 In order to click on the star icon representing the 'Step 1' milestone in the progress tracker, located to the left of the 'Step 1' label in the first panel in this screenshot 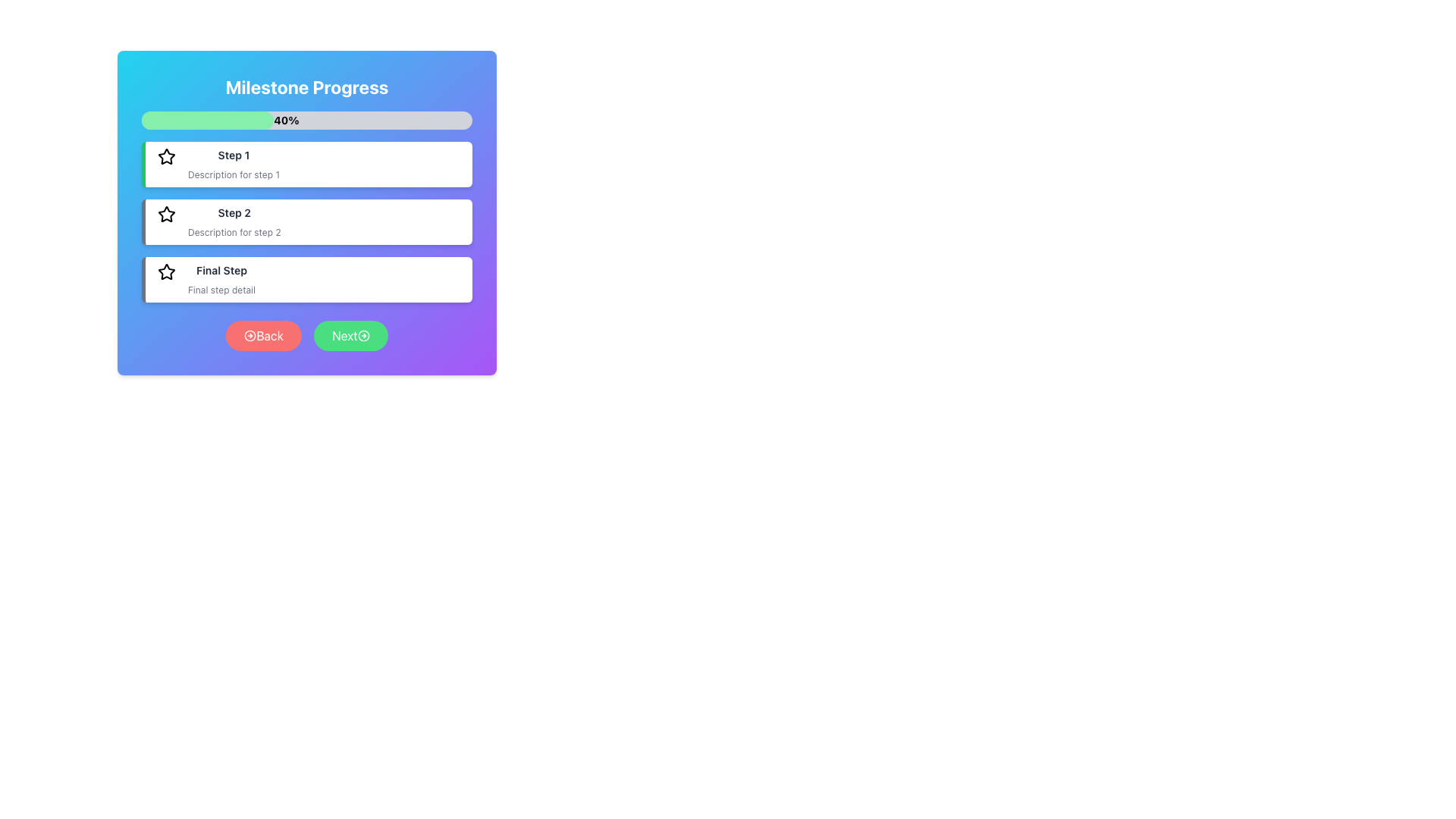, I will do `click(167, 156)`.